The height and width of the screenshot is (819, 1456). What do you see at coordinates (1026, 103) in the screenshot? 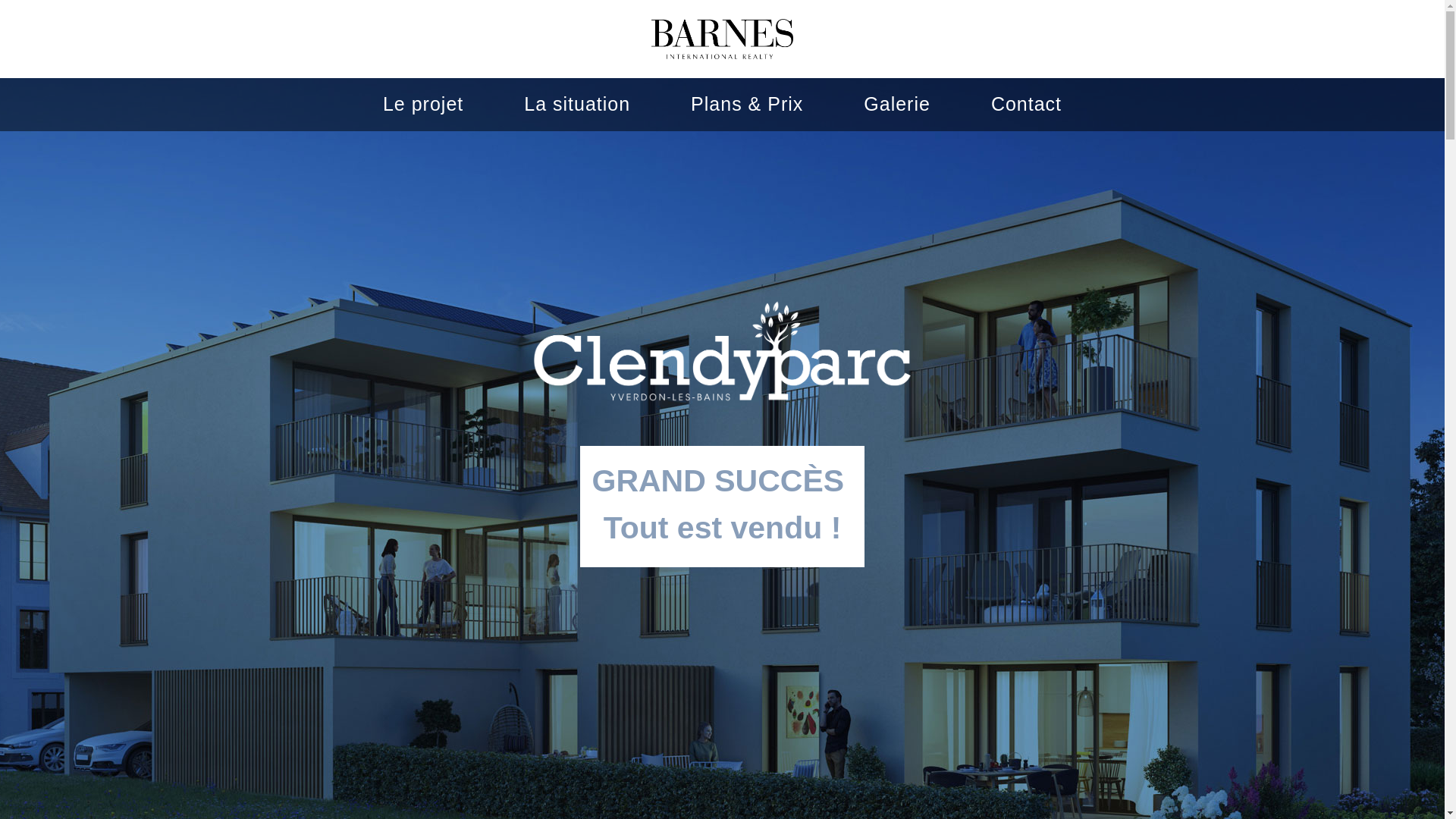
I see `'Contact'` at bounding box center [1026, 103].